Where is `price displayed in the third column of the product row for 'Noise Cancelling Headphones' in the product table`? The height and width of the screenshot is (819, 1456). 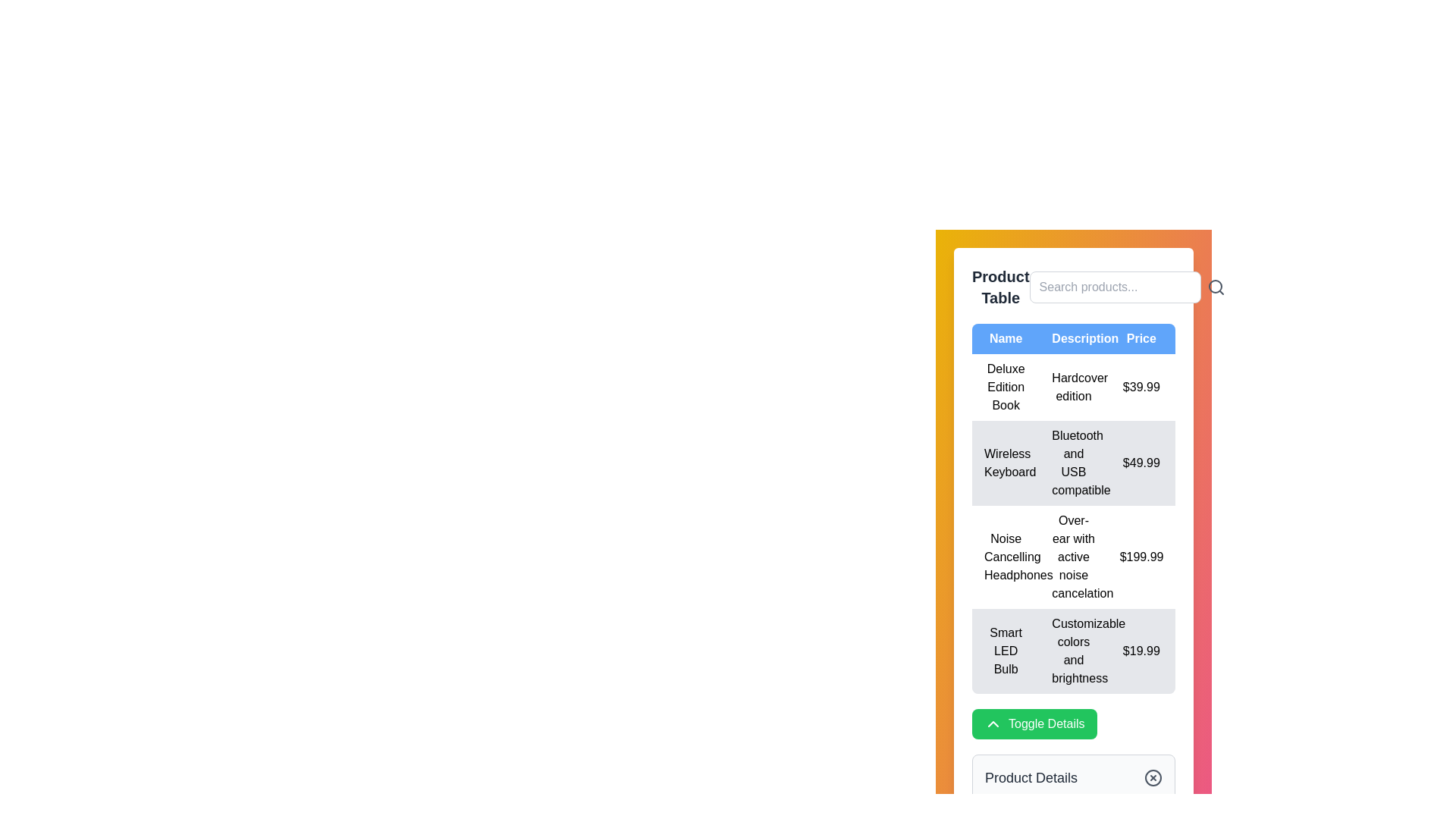 price displayed in the third column of the product row for 'Noise Cancelling Headphones' in the product table is located at coordinates (1141, 557).